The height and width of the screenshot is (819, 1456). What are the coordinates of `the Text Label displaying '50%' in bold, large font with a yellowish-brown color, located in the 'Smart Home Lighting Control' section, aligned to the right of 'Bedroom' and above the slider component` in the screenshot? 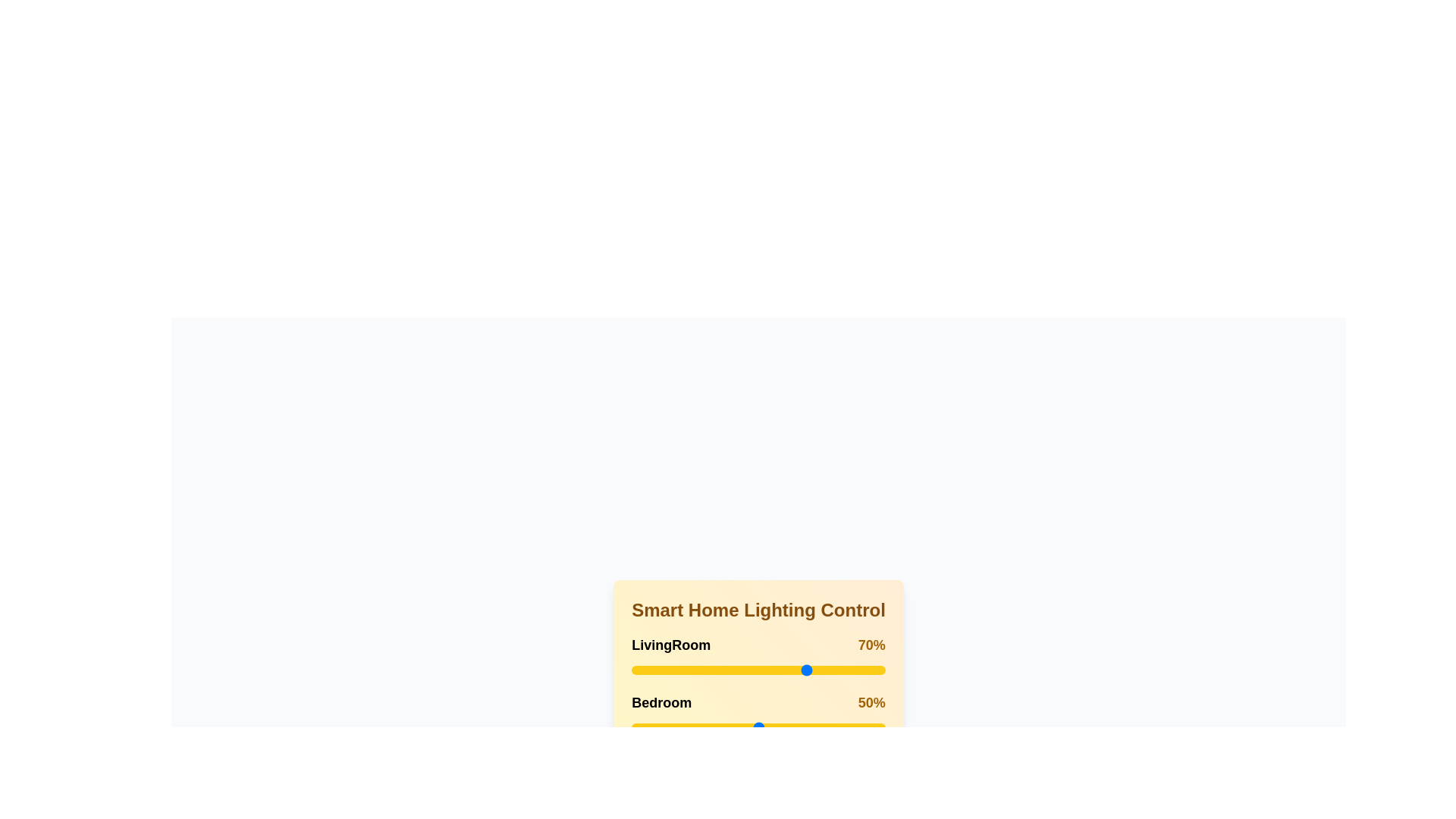 It's located at (871, 702).